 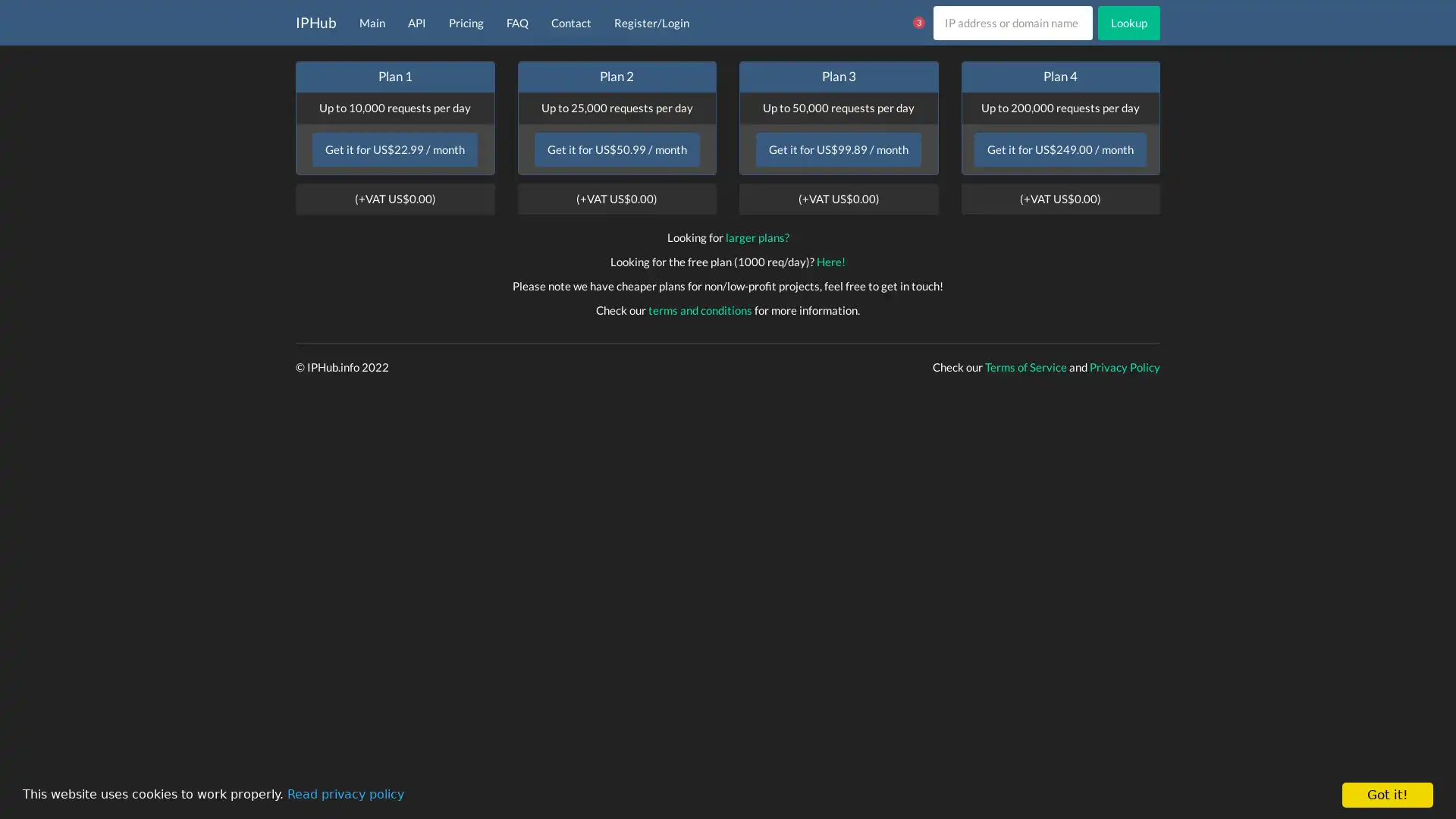 I want to click on Lookup, so click(x=1128, y=22).